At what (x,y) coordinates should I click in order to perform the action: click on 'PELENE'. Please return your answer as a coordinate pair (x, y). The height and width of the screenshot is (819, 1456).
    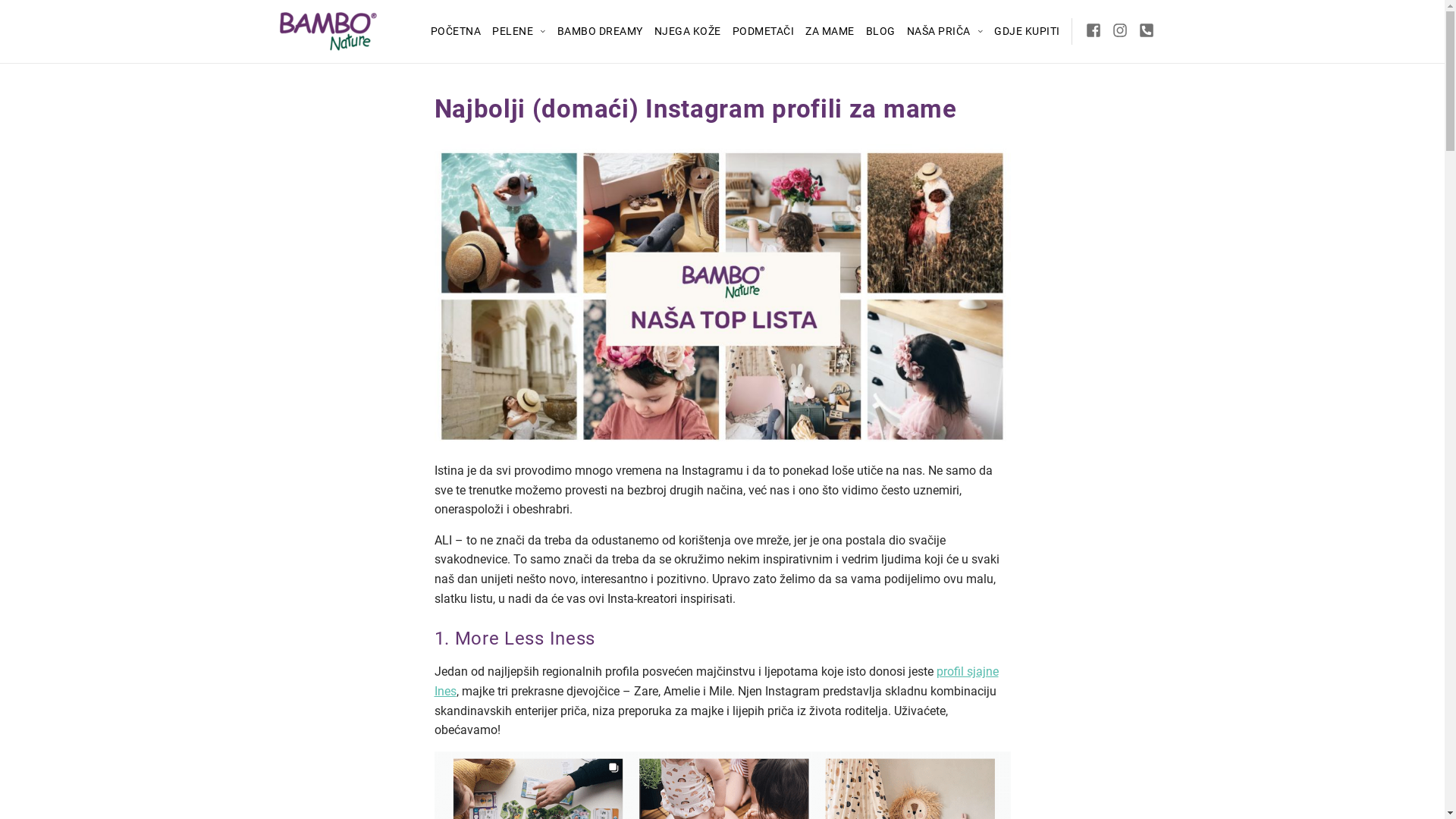
    Looking at the image, I should click on (519, 31).